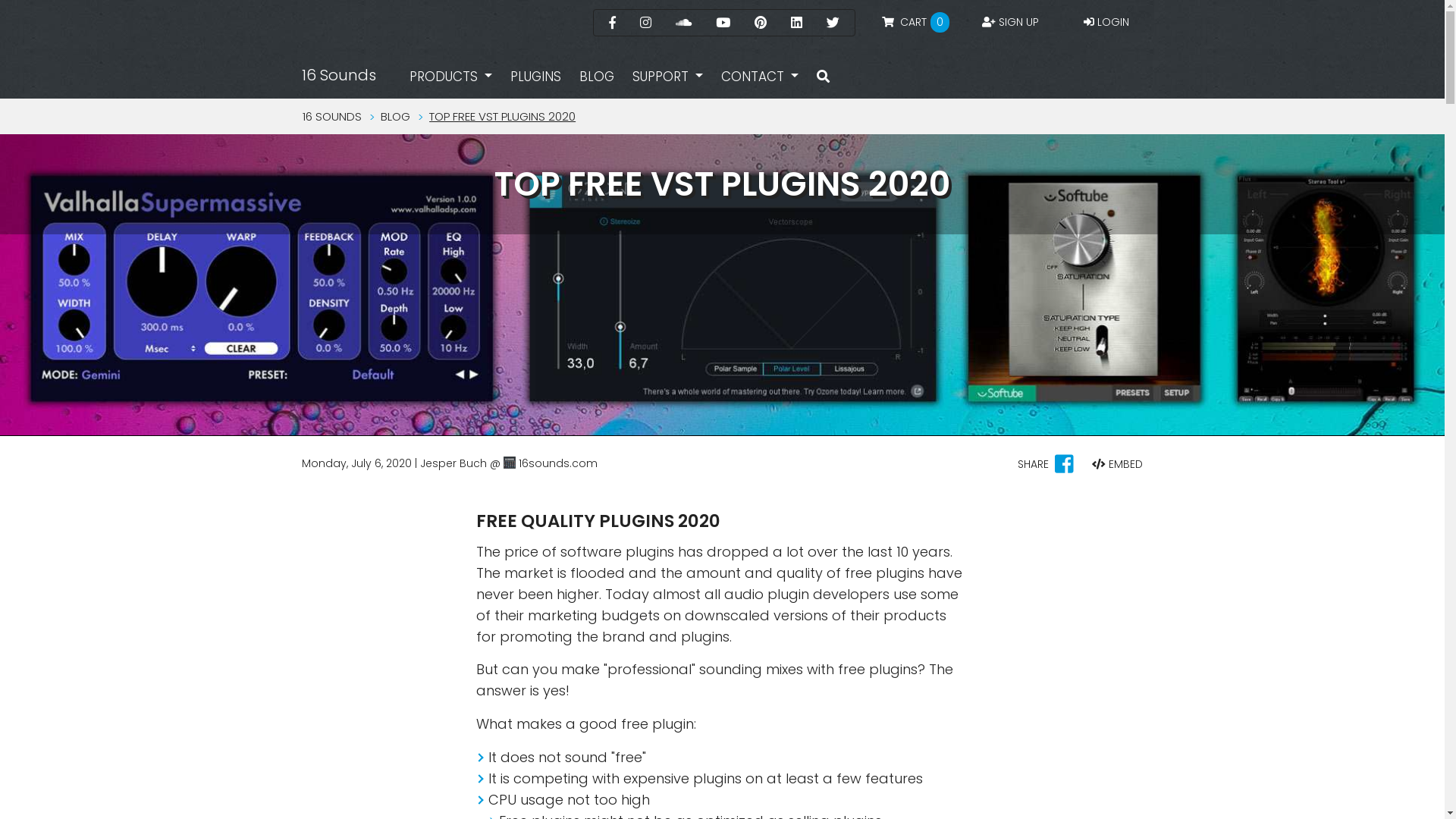 This screenshot has width=1456, height=819. Describe the element at coordinates (1063, 467) in the screenshot. I see `'Share on facebook'` at that location.